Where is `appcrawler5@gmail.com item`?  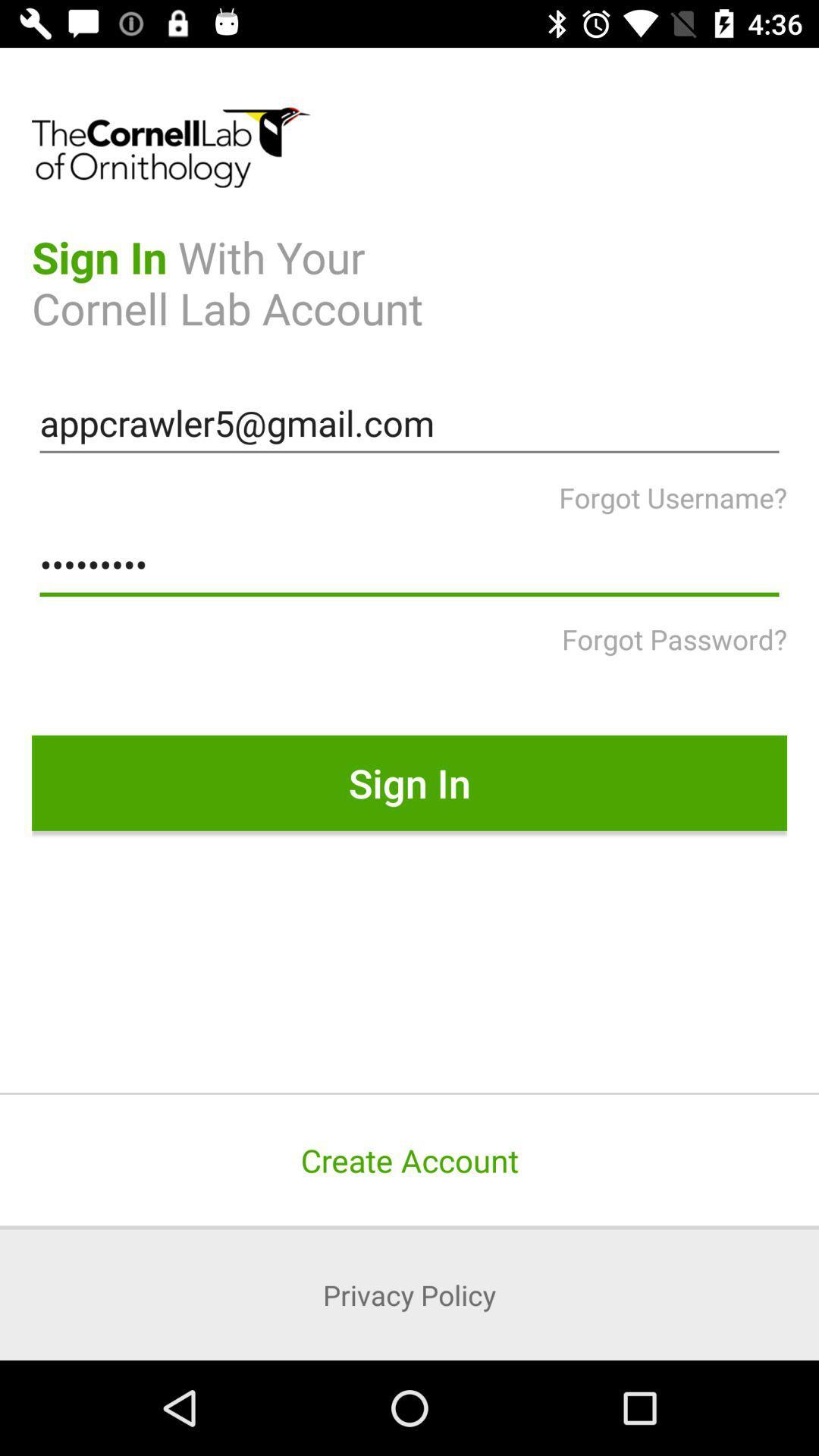
appcrawler5@gmail.com item is located at coordinates (409, 423).